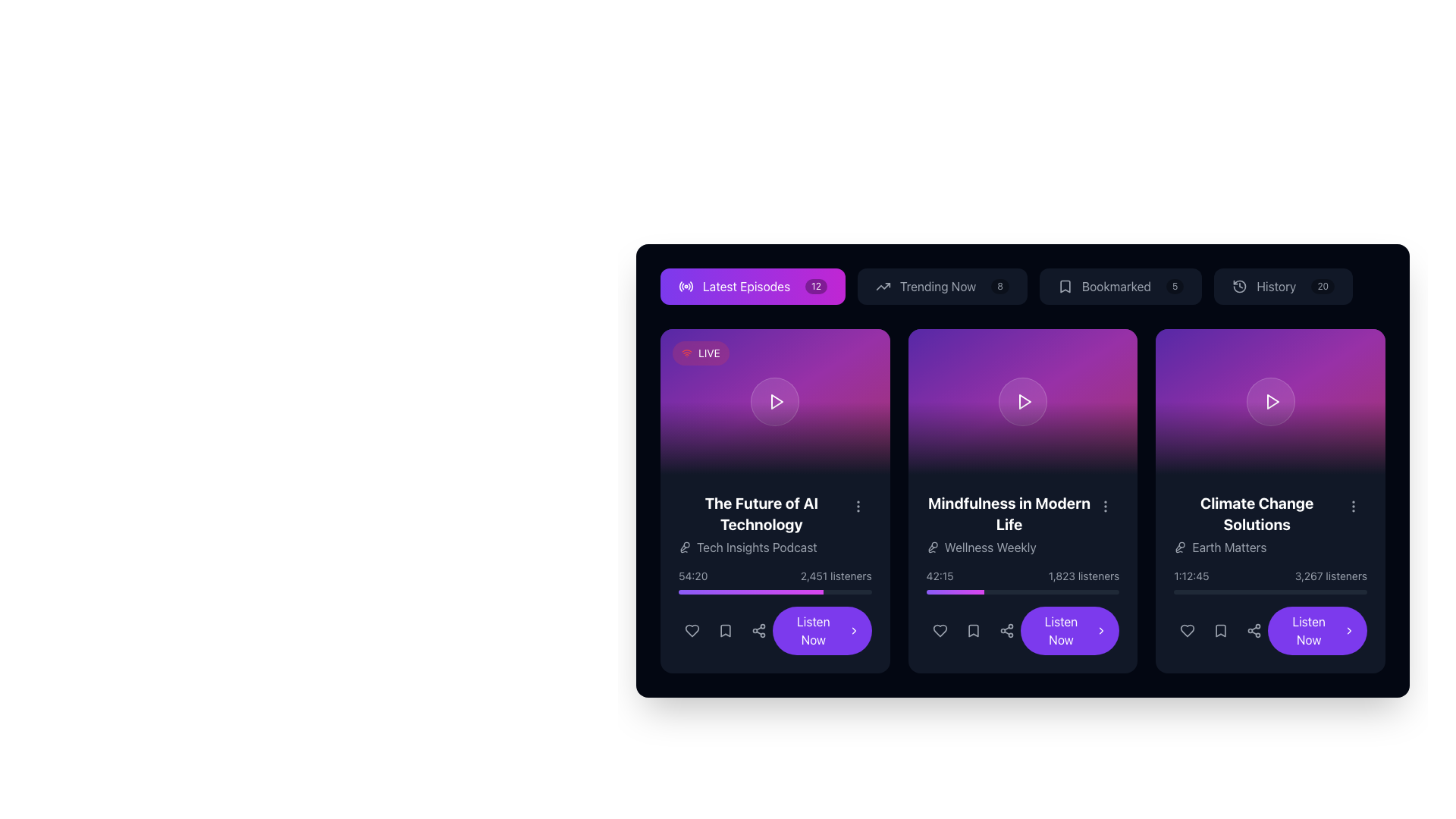 The image size is (1456, 819). What do you see at coordinates (883, 287) in the screenshot?
I see `the 'Trending Now' button that contains the rising arrow icon, which is located at the far left of the button's content` at bounding box center [883, 287].